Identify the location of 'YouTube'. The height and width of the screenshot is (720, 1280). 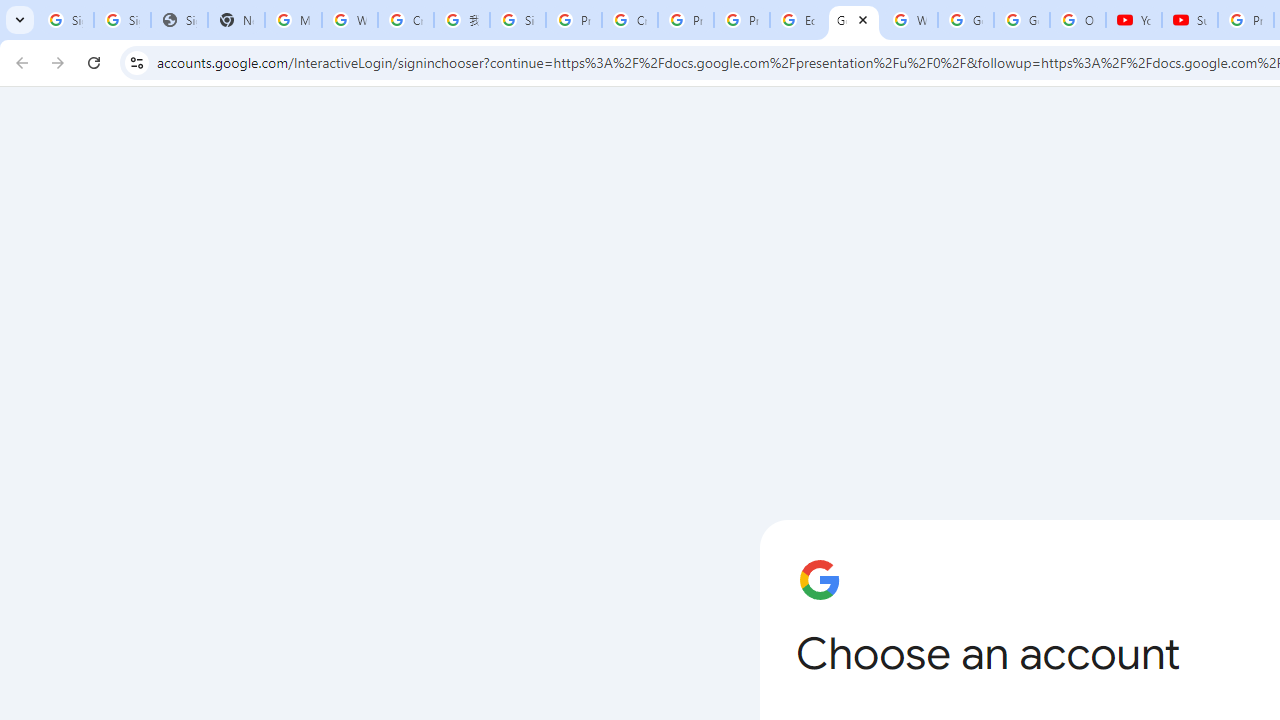
(1134, 20).